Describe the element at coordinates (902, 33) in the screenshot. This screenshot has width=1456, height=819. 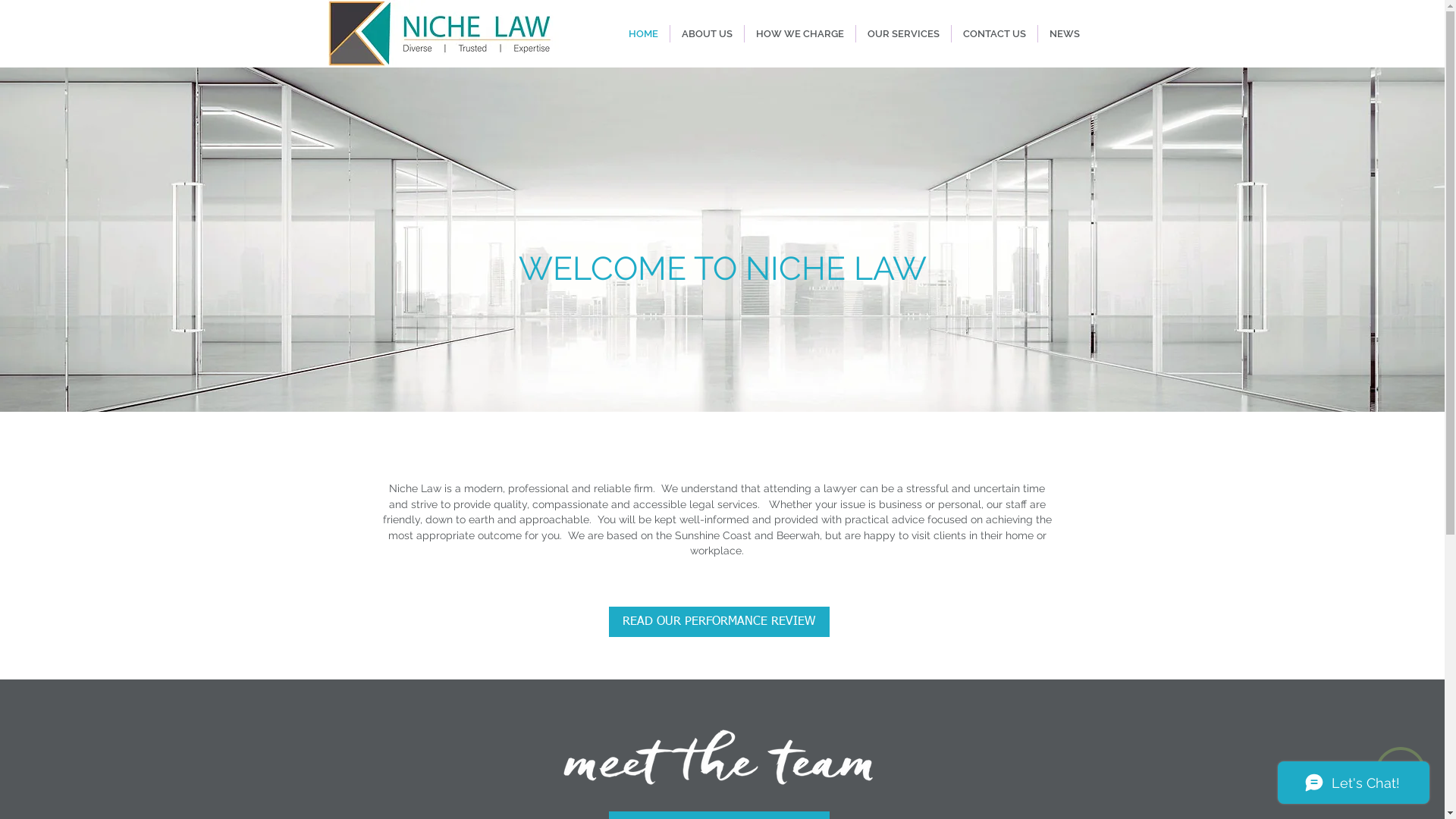
I see `'OUR SERVICES'` at that location.